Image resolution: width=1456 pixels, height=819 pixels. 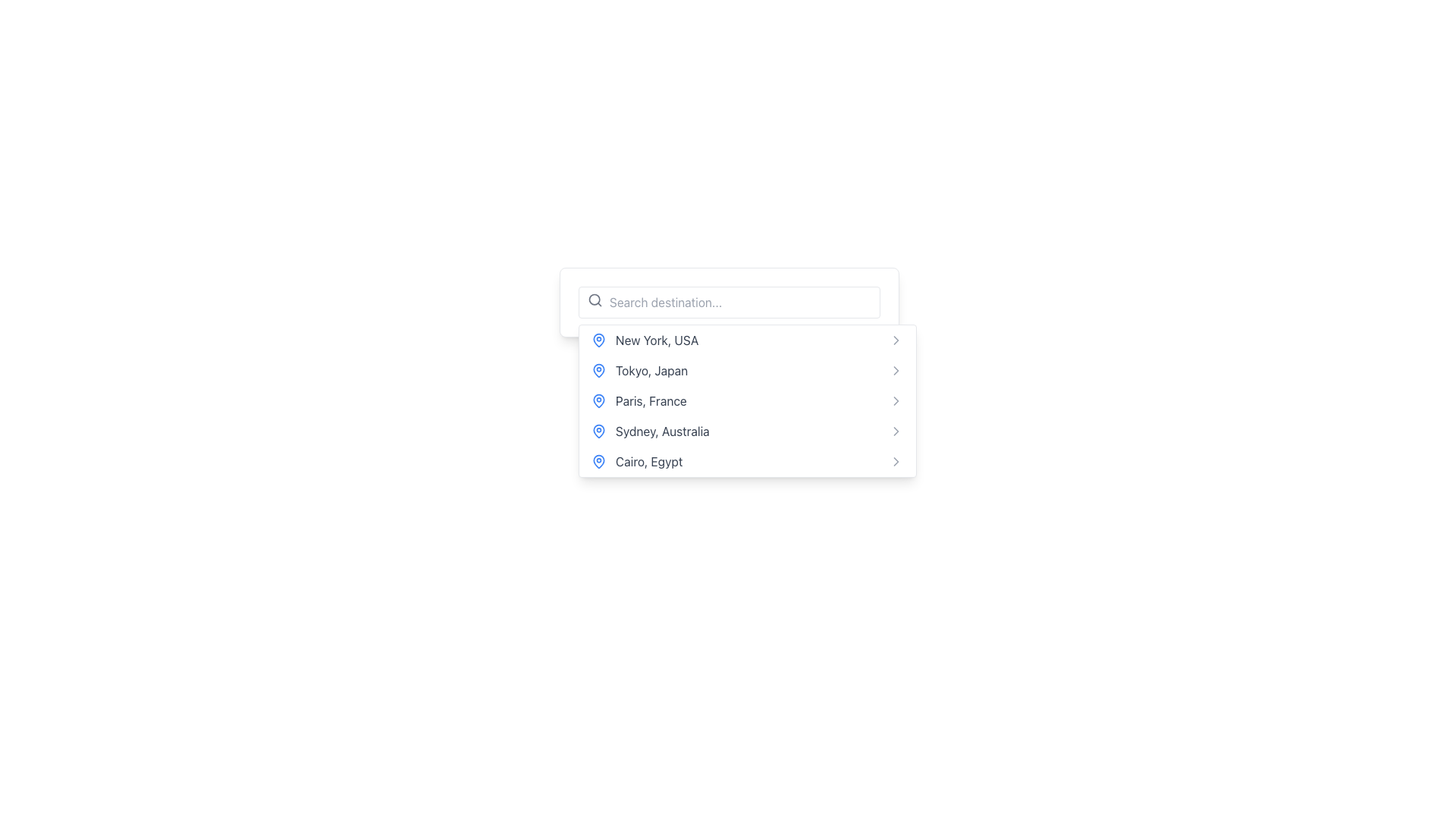 What do you see at coordinates (896, 461) in the screenshot?
I see `the Chevron Icon located at the far right of the 'Cairo, Egypt' list item, which indicates possible navigation or additional actions` at bounding box center [896, 461].